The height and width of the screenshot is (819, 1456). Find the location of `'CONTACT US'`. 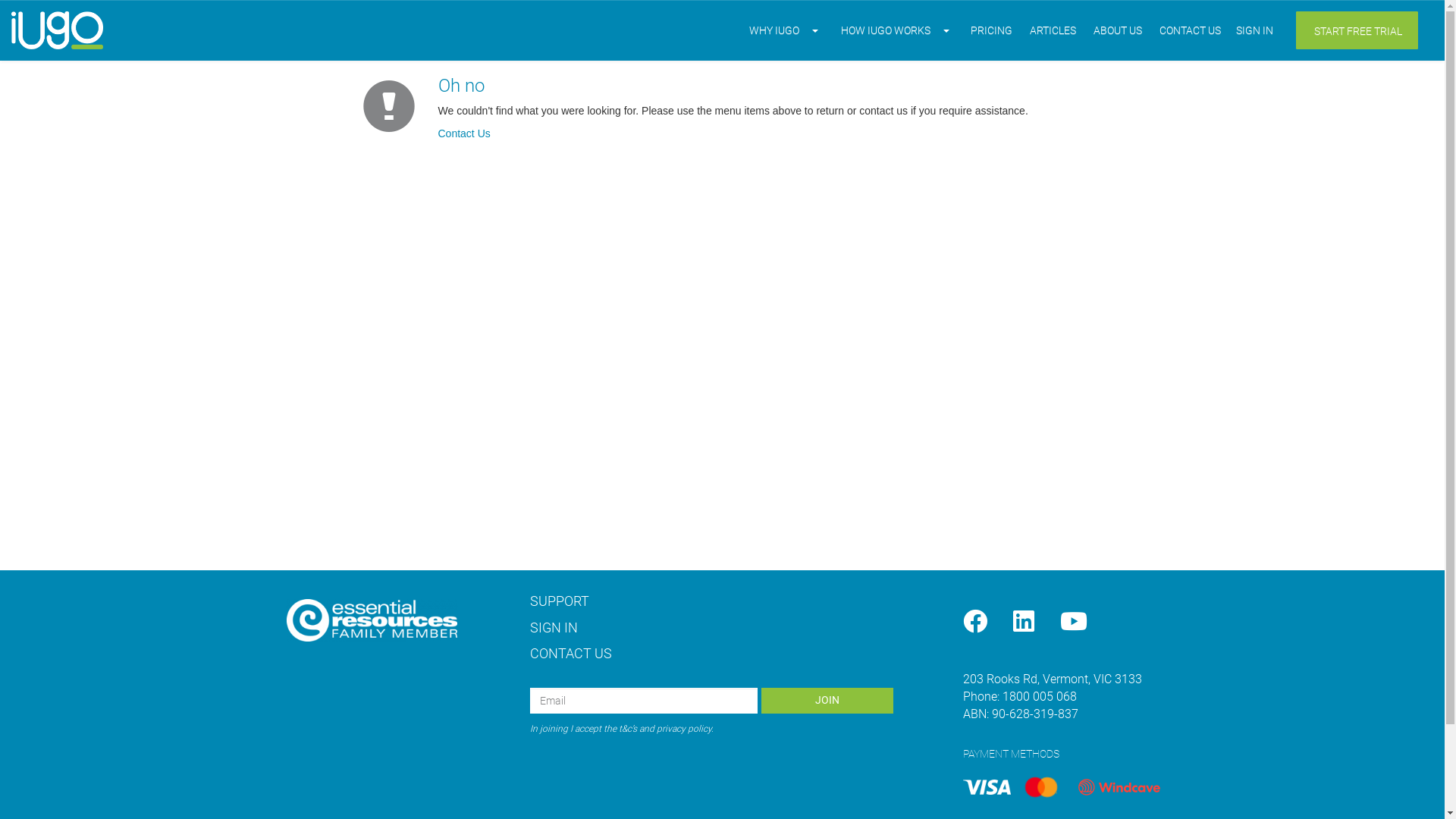

'CONTACT US' is located at coordinates (1190, 30).